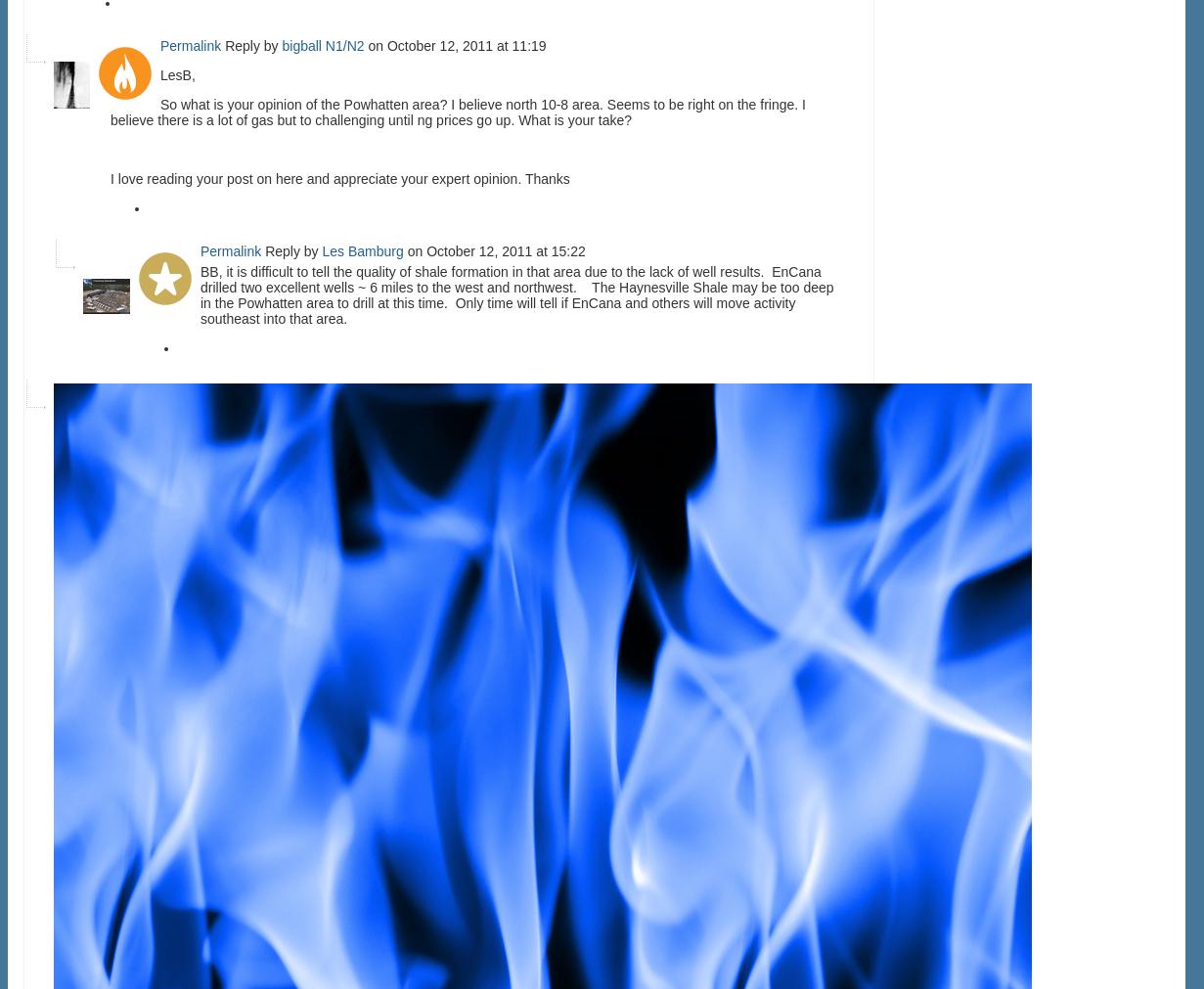 The width and height of the screenshot is (1204, 989). I want to click on 'So what is your opinion of the Powhatten area? I believe north 10-8 area. Seems to be right on the fringe. I believe there is a lot of gas but to challenging until ng prices go up. What is your take?', so click(458, 111).